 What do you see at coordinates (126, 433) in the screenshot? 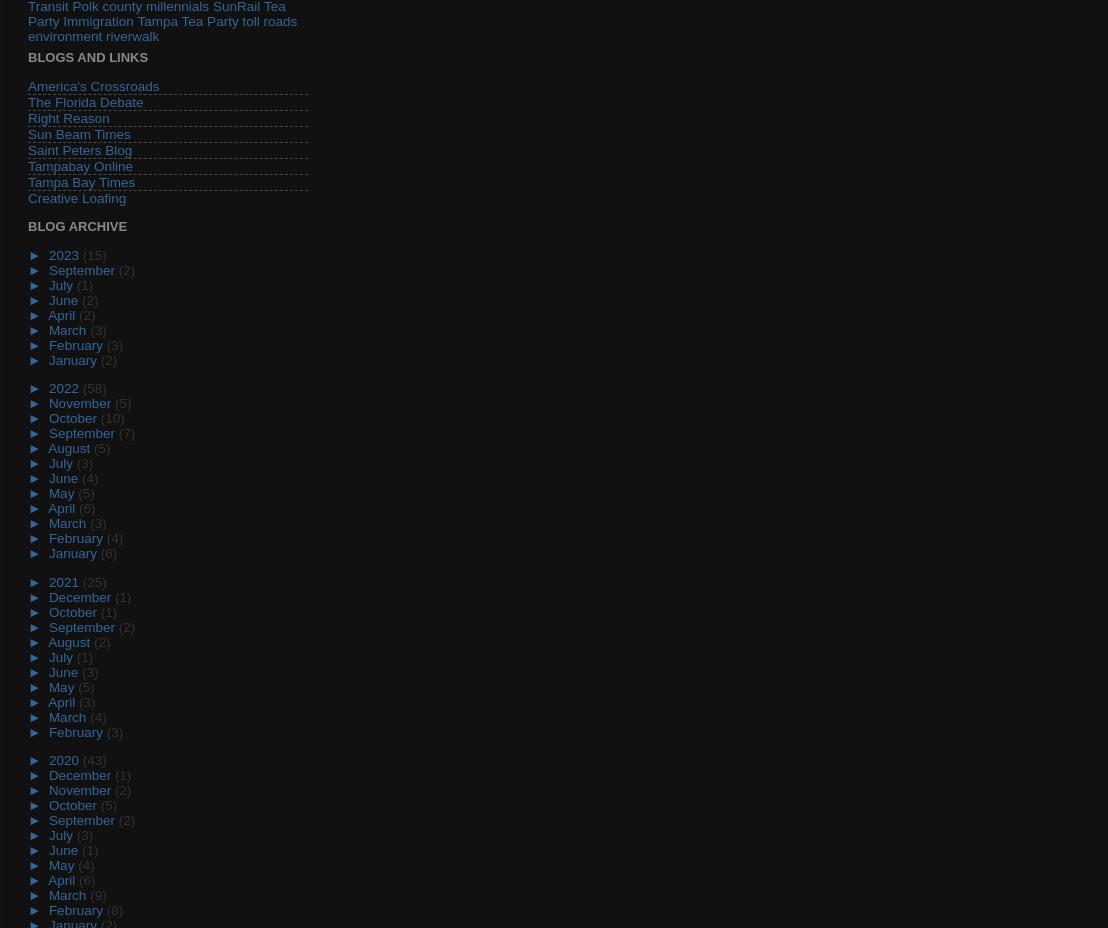
I see `'(7)'` at bounding box center [126, 433].